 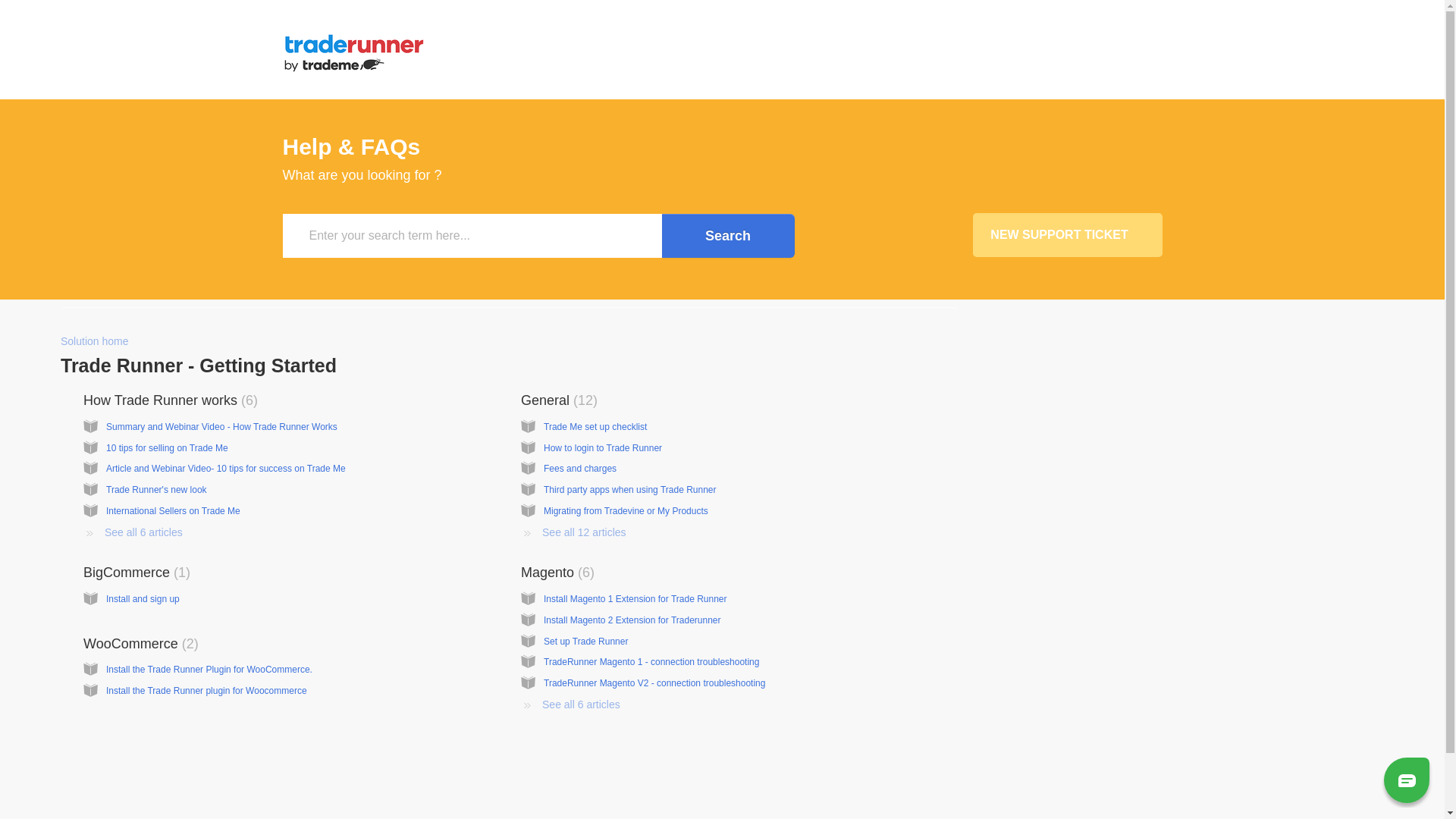 I want to click on 'Third party apps when using Trade Runner', so click(x=629, y=489).